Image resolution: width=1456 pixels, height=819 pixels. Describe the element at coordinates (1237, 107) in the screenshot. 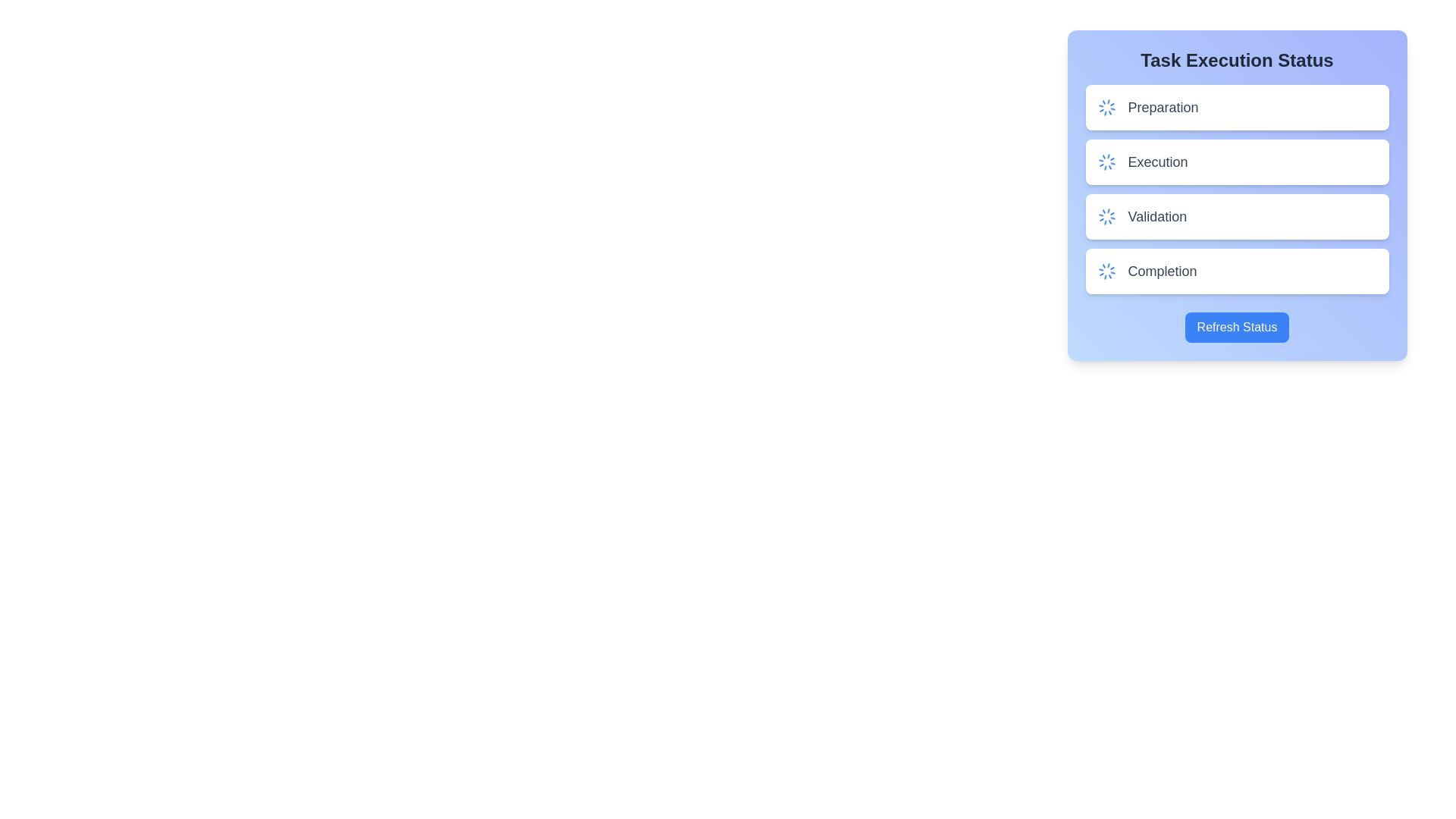

I see `the first Card/List Item labeled 'Preparation' in the vertical list titled 'Task Execution Status'` at that location.